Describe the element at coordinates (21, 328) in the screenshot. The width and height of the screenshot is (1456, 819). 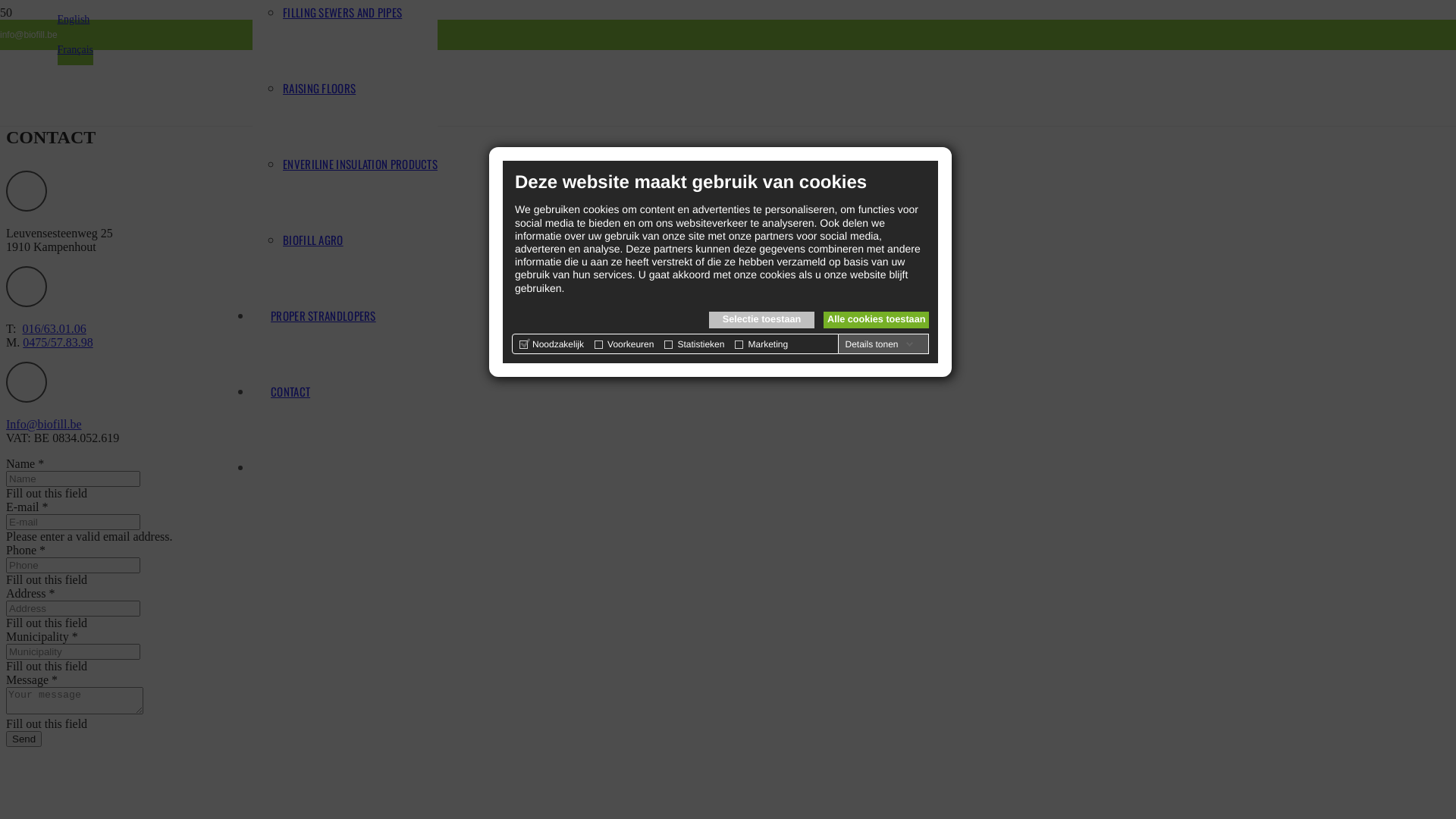
I see `'016/63.01.06'` at that location.